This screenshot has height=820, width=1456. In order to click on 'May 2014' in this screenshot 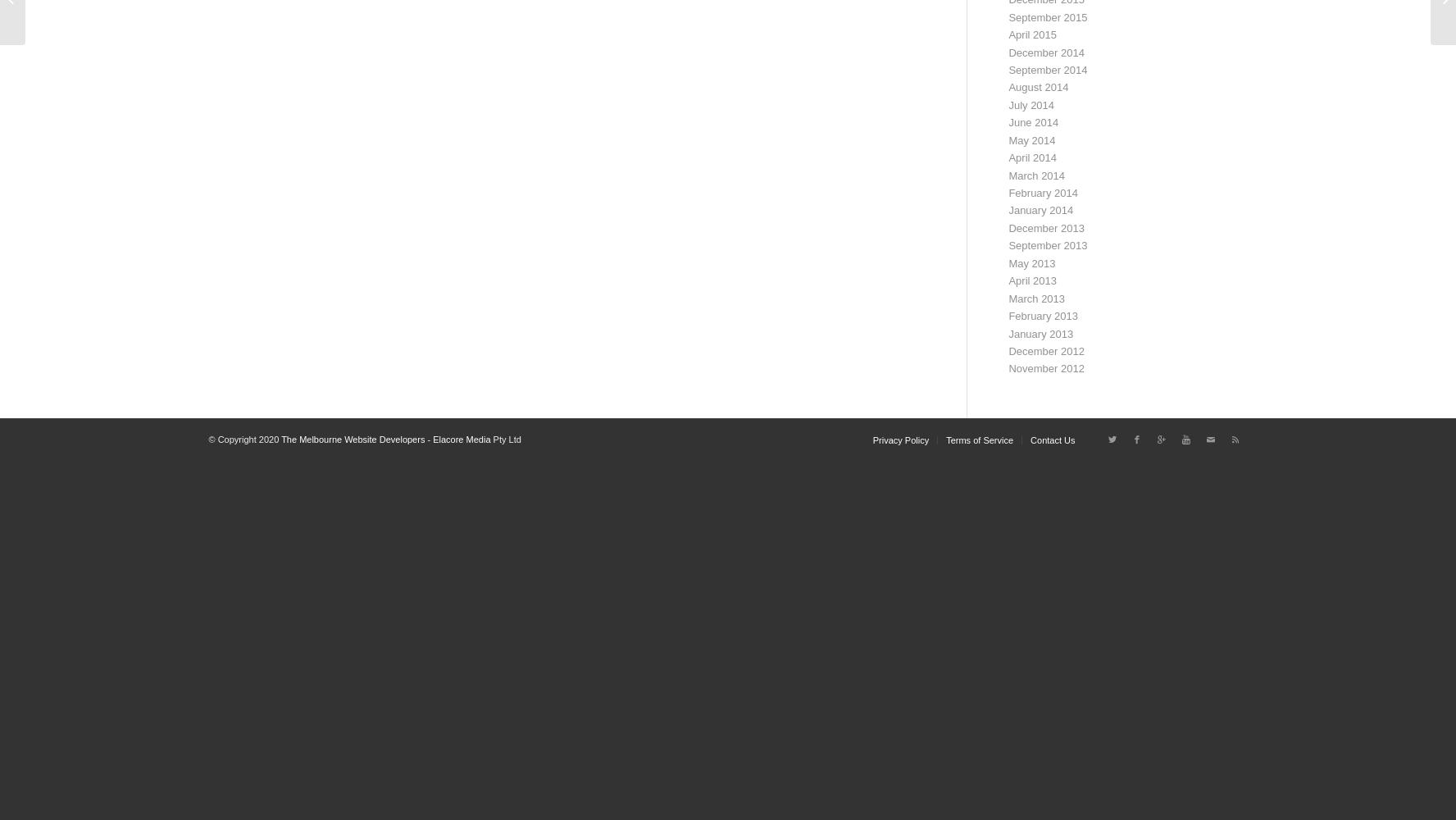, I will do `click(1008, 139)`.